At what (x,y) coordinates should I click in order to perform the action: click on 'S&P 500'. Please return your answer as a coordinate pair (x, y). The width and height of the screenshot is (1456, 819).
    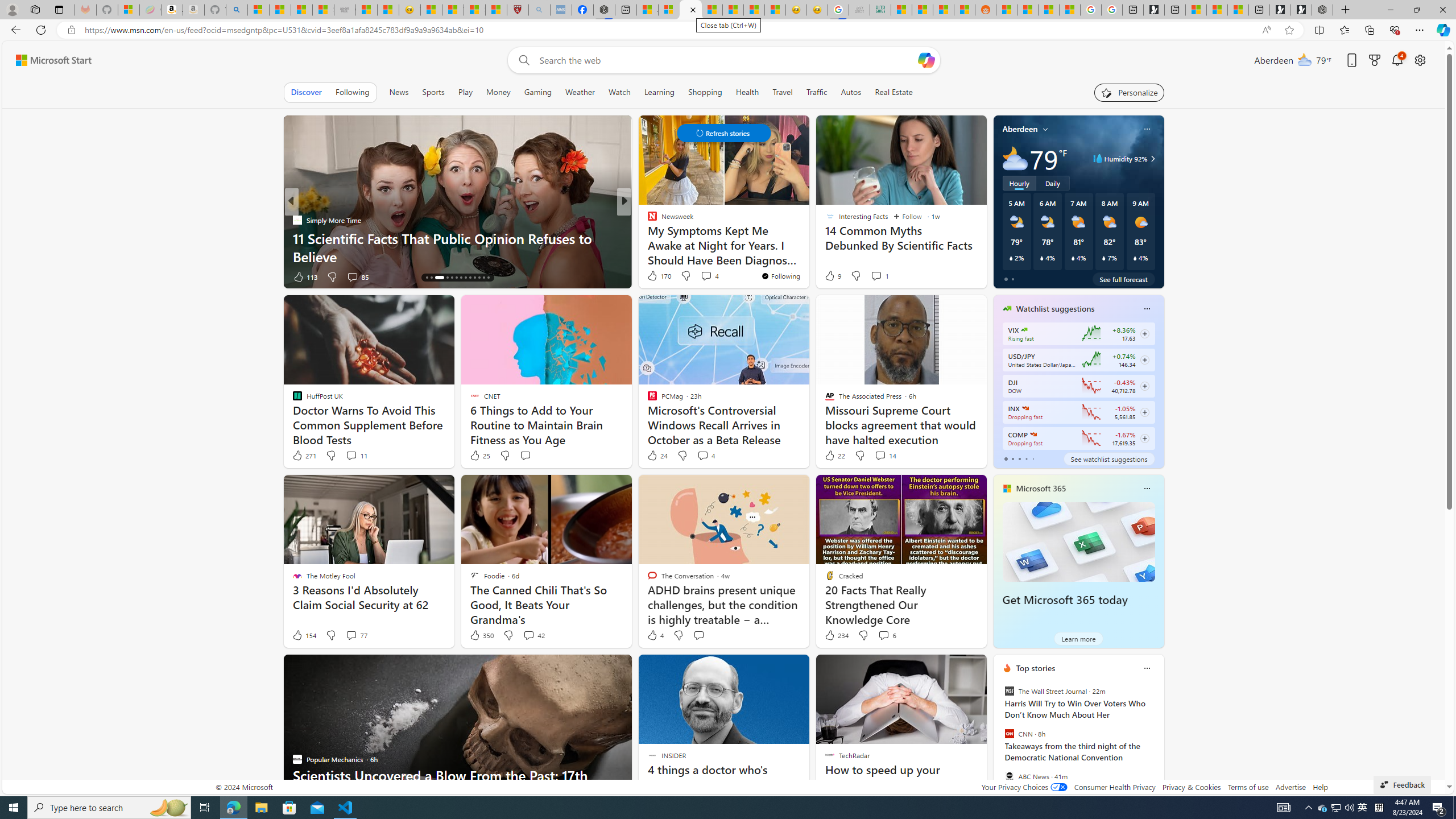
    Looking at the image, I should click on (1025, 407).